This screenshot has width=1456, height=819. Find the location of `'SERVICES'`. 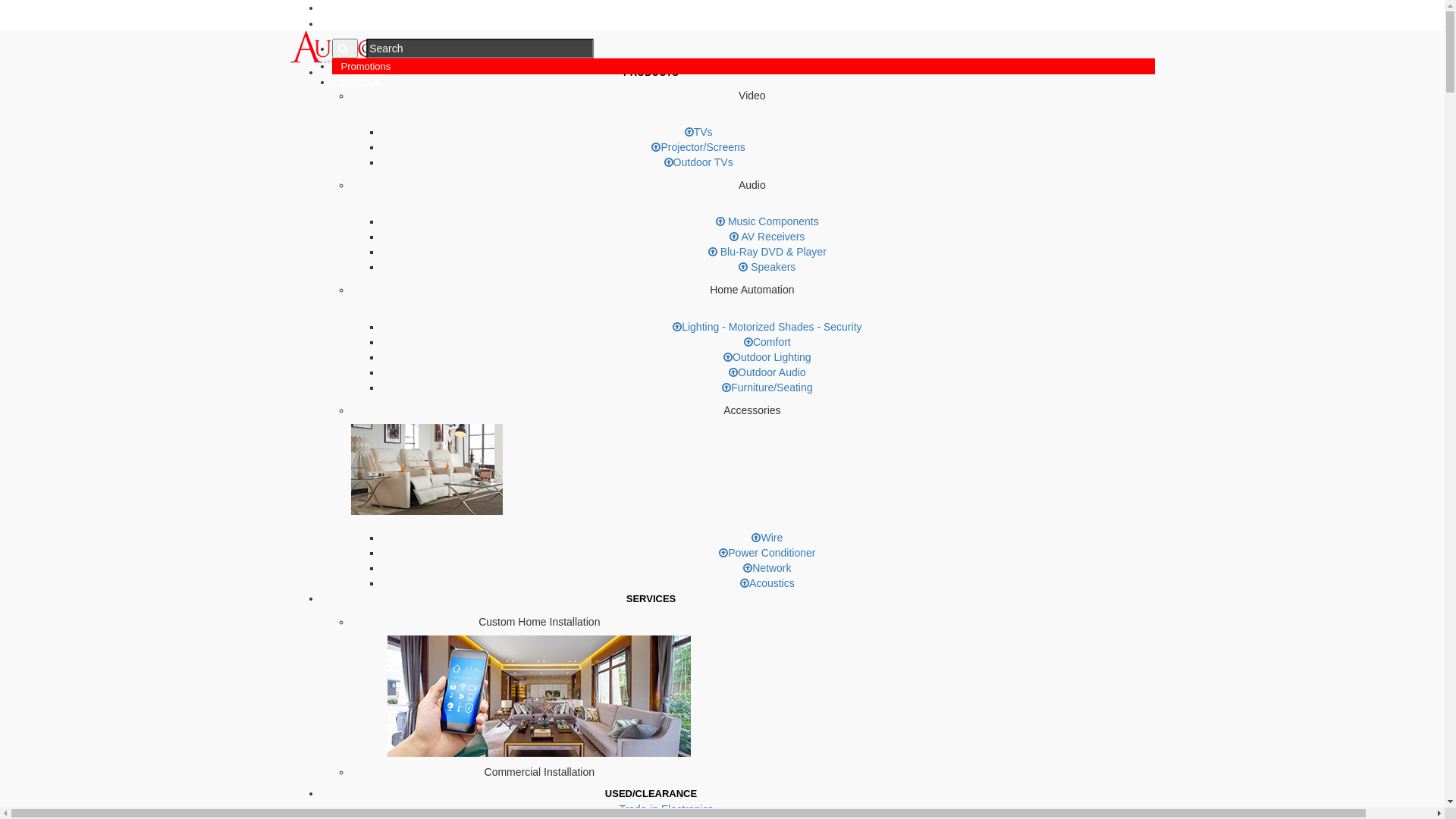

'SERVICES' is located at coordinates (651, 598).